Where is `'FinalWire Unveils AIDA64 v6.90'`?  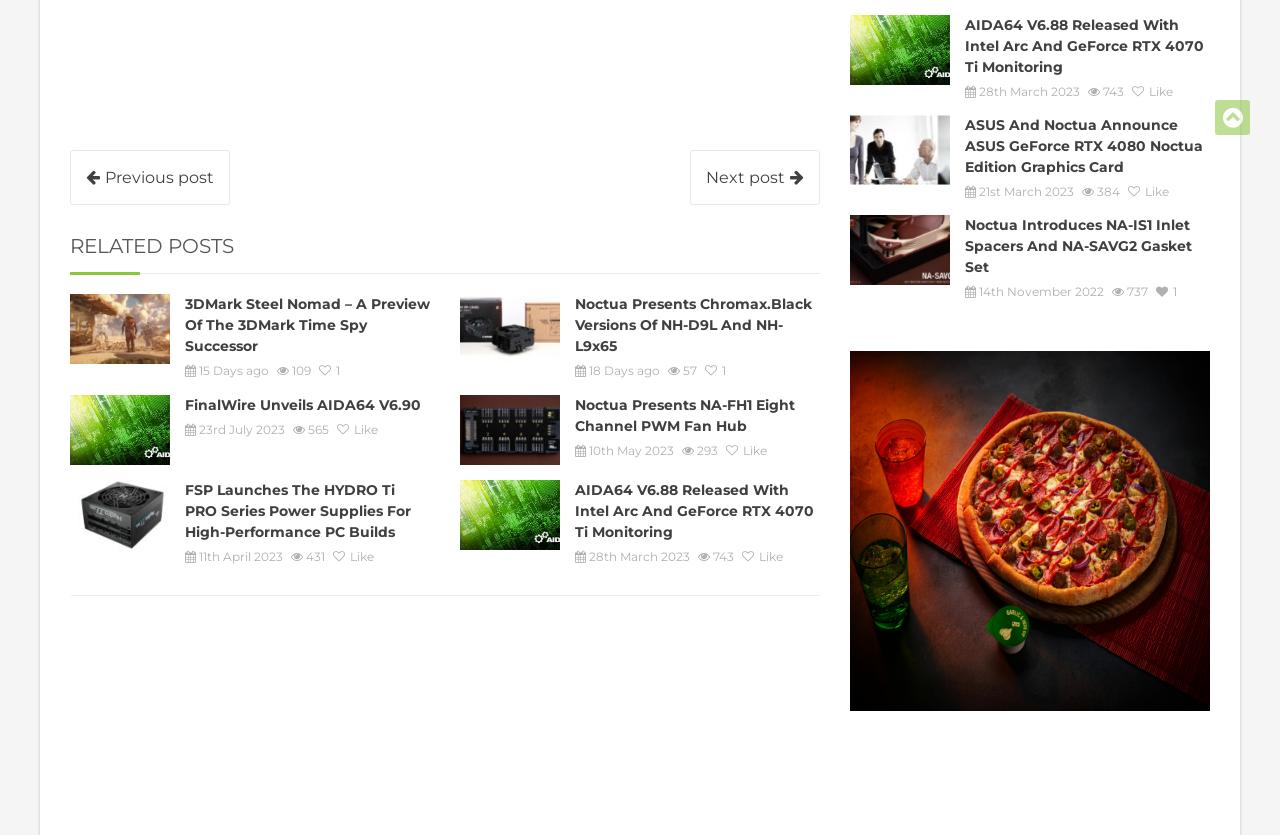 'FinalWire Unveils AIDA64 v6.90' is located at coordinates (301, 403).